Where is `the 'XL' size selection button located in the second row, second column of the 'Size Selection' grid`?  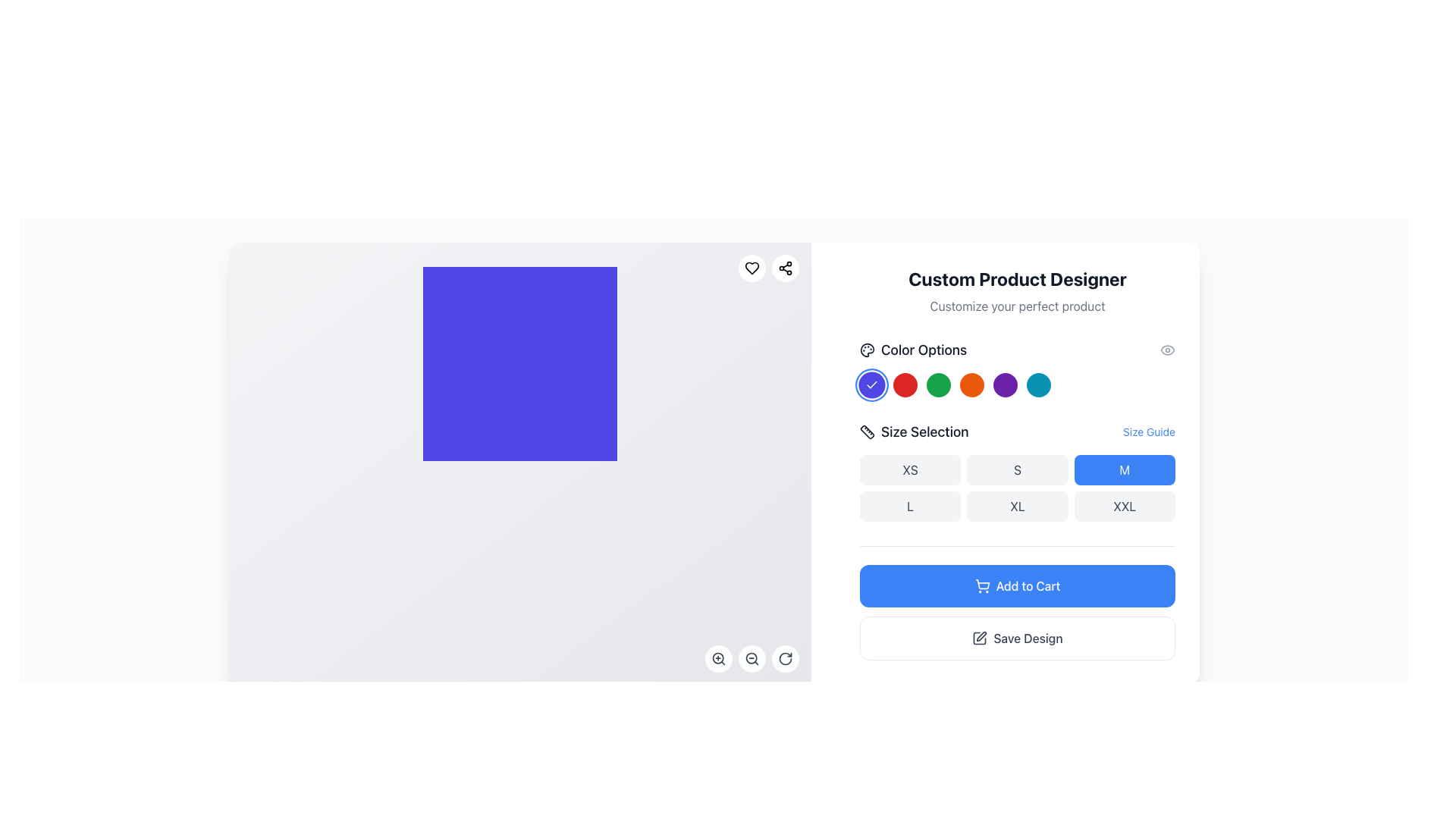 the 'XL' size selection button located in the second row, second column of the 'Size Selection' grid is located at coordinates (1018, 506).